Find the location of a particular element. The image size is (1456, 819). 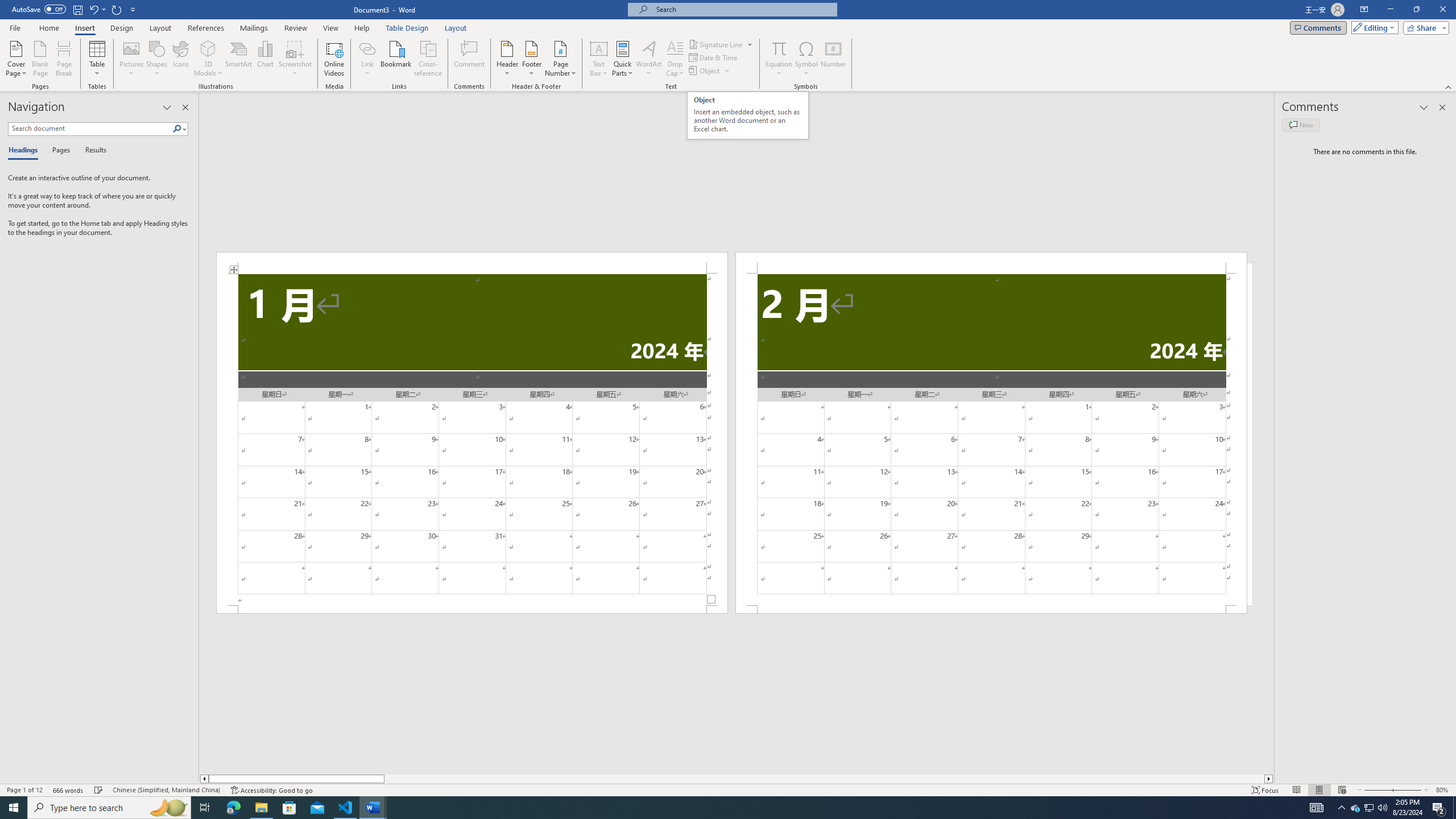

'Screenshot' is located at coordinates (295, 59).